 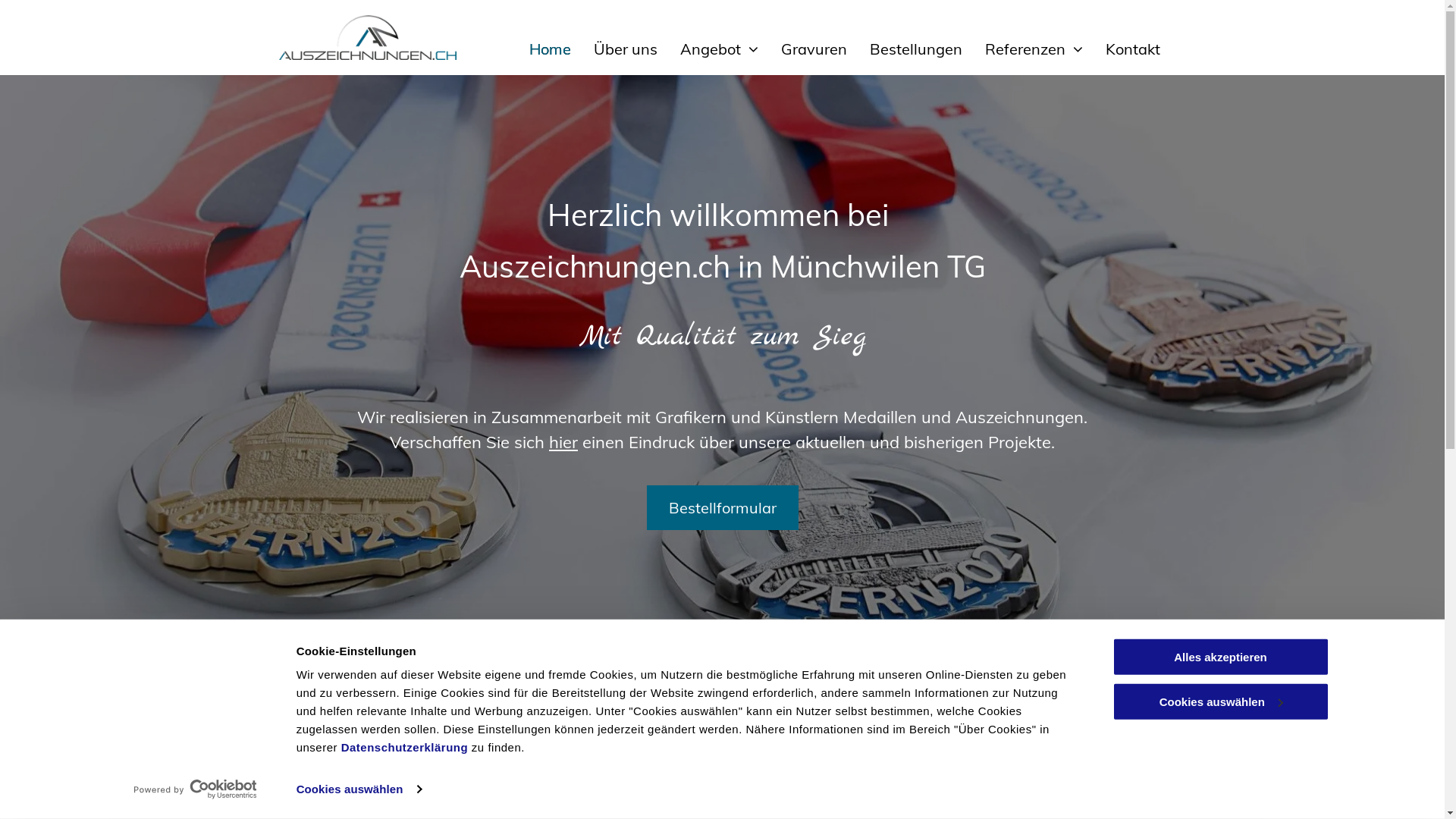 I want to click on 'Bestellformular', so click(x=720, y=507).